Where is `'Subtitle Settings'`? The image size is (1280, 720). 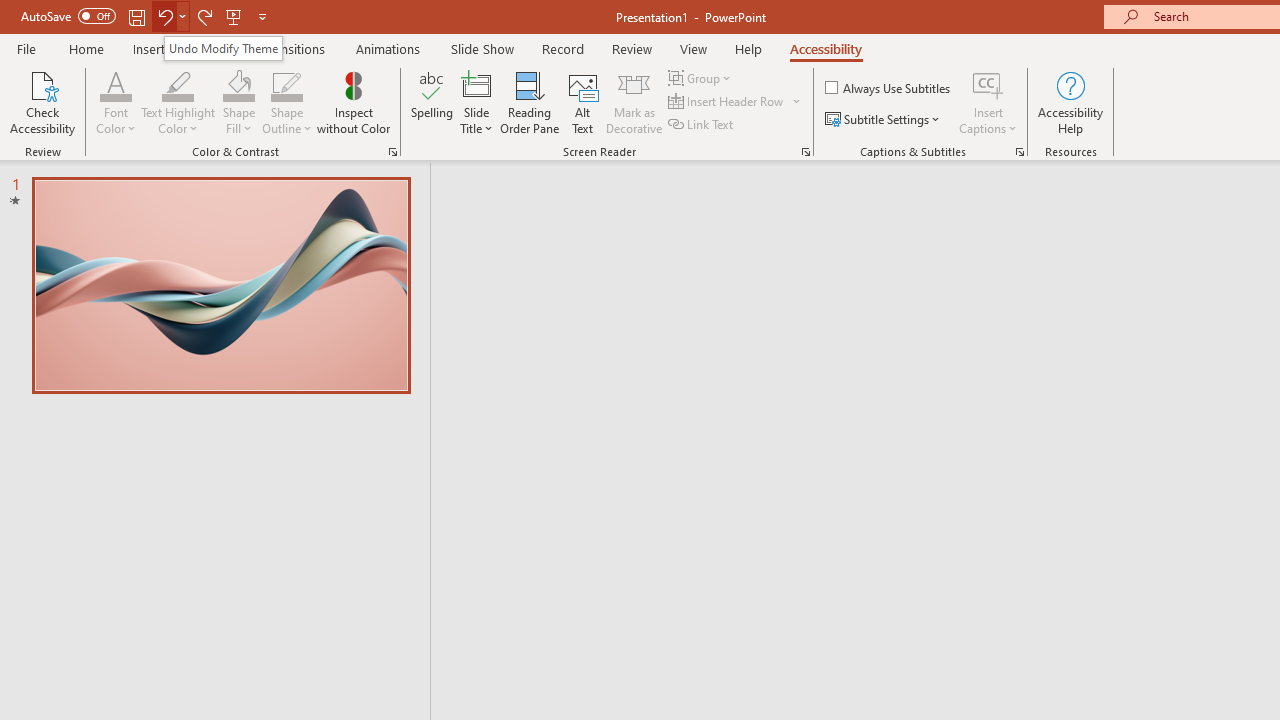 'Subtitle Settings' is located at coordinates (883, 119).